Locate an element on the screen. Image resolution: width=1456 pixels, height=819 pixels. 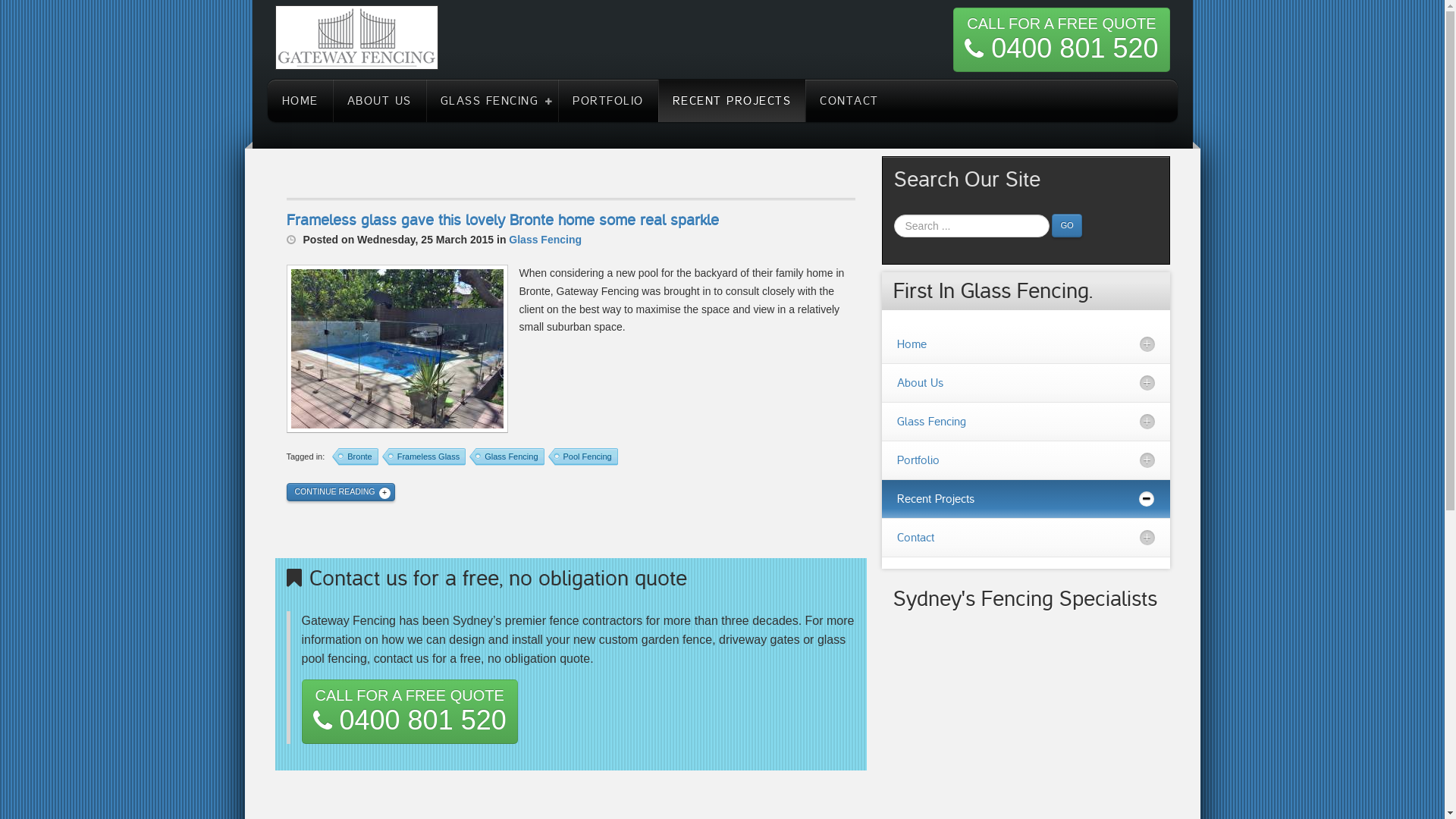
'Pool Fencing' is located at coordinates (582, 456).